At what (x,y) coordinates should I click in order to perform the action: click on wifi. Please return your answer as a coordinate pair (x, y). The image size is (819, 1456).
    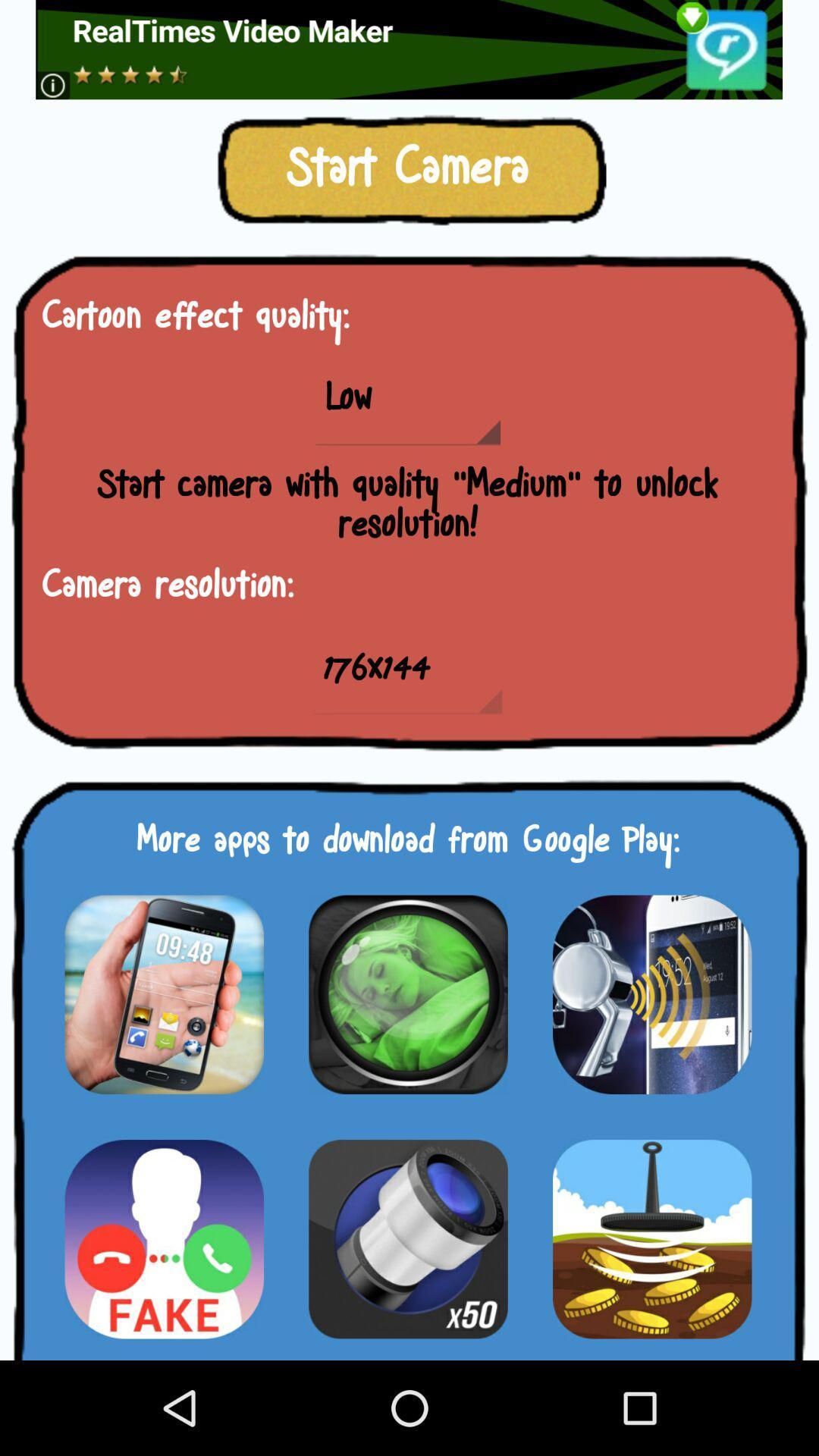
    Looking at the image, I should click on (651, 994).